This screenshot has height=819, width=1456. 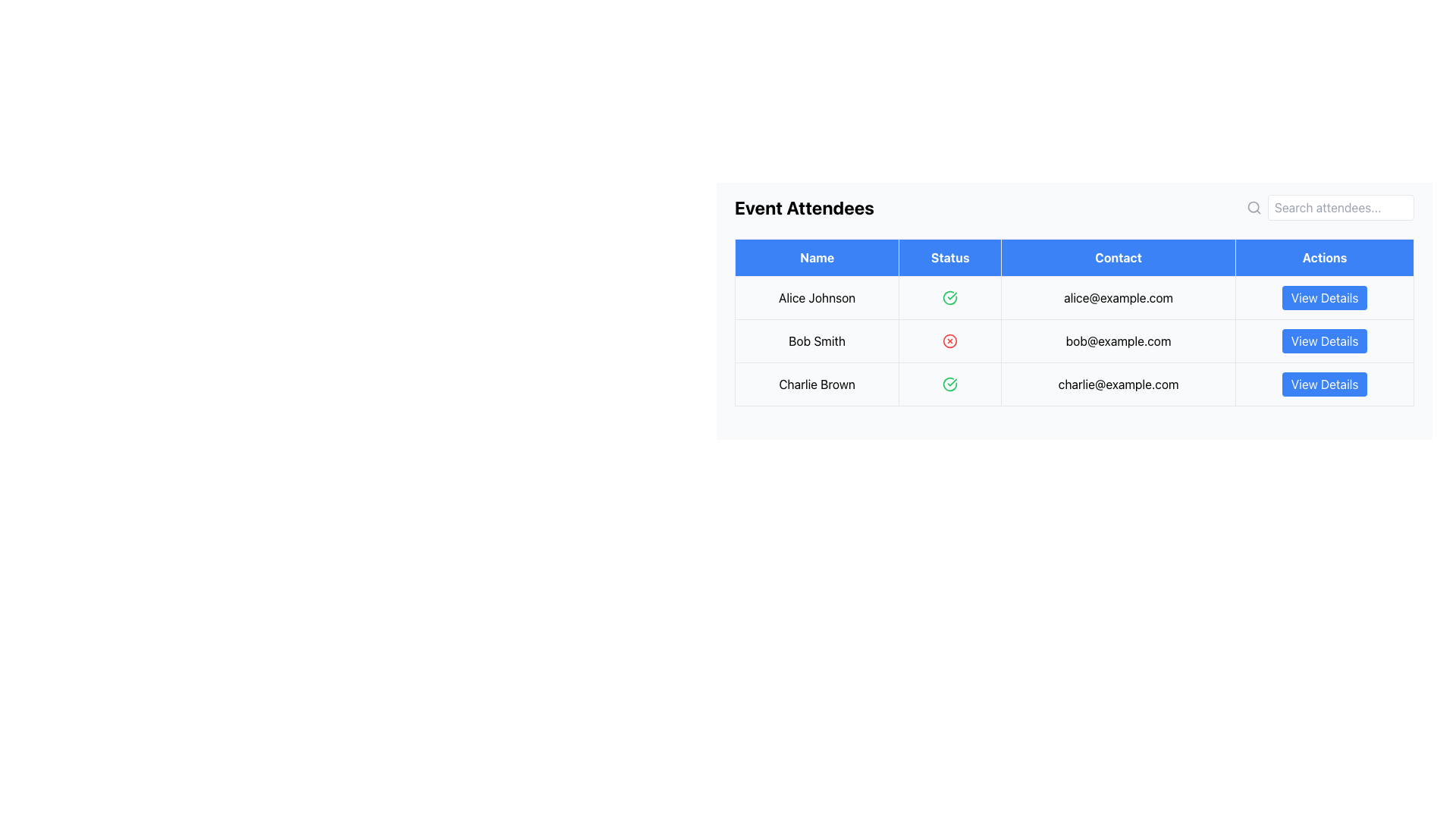 I want to click on the magnifying glass icon located in the top-right corner of the interface, which is styled in a simple outline format and is grayish in color, to activate search functionality, so click(x=1254, y=207).